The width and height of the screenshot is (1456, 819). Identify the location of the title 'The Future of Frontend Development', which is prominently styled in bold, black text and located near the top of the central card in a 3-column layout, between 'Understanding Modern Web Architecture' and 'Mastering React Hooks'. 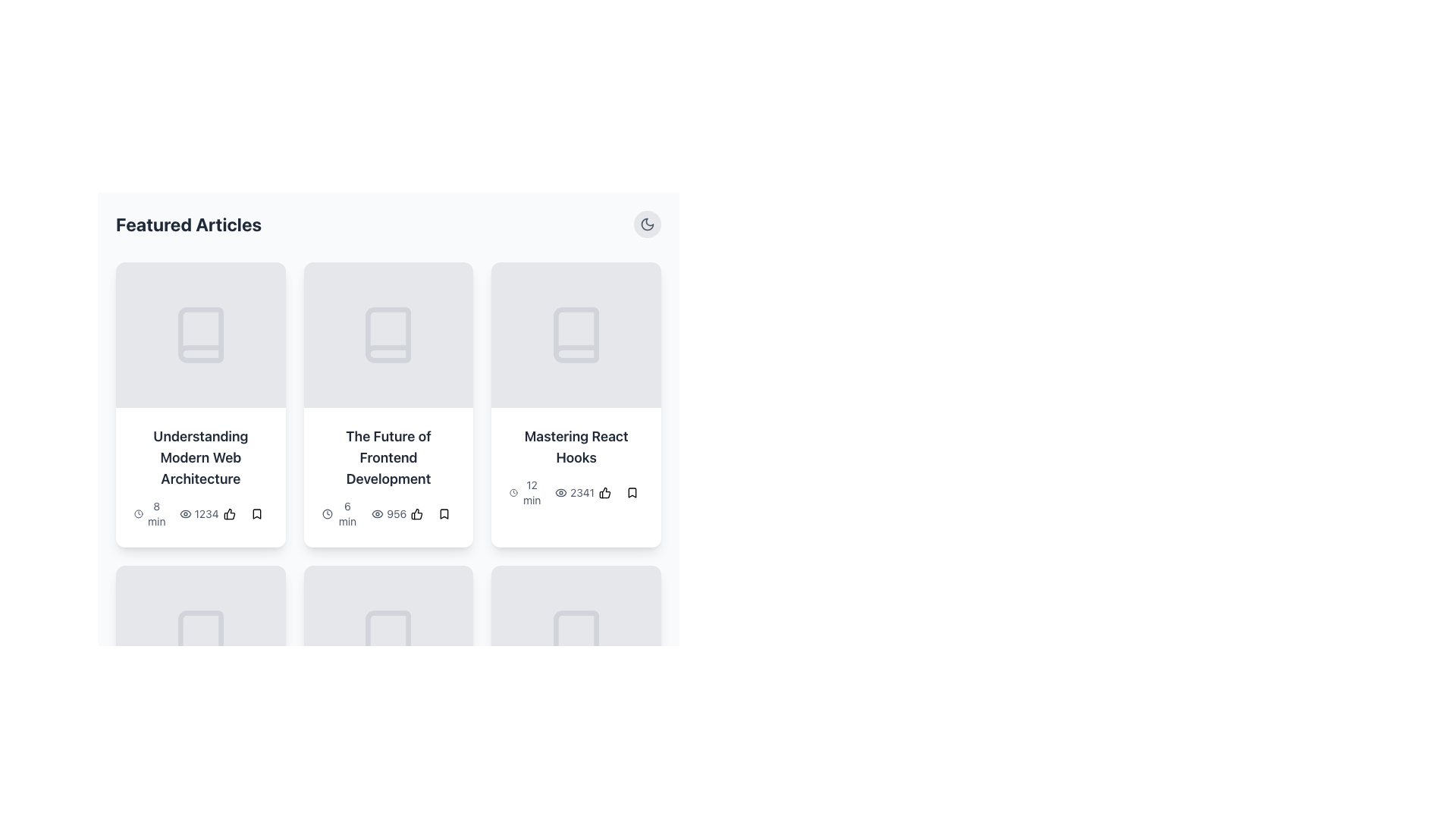
(388, 457).